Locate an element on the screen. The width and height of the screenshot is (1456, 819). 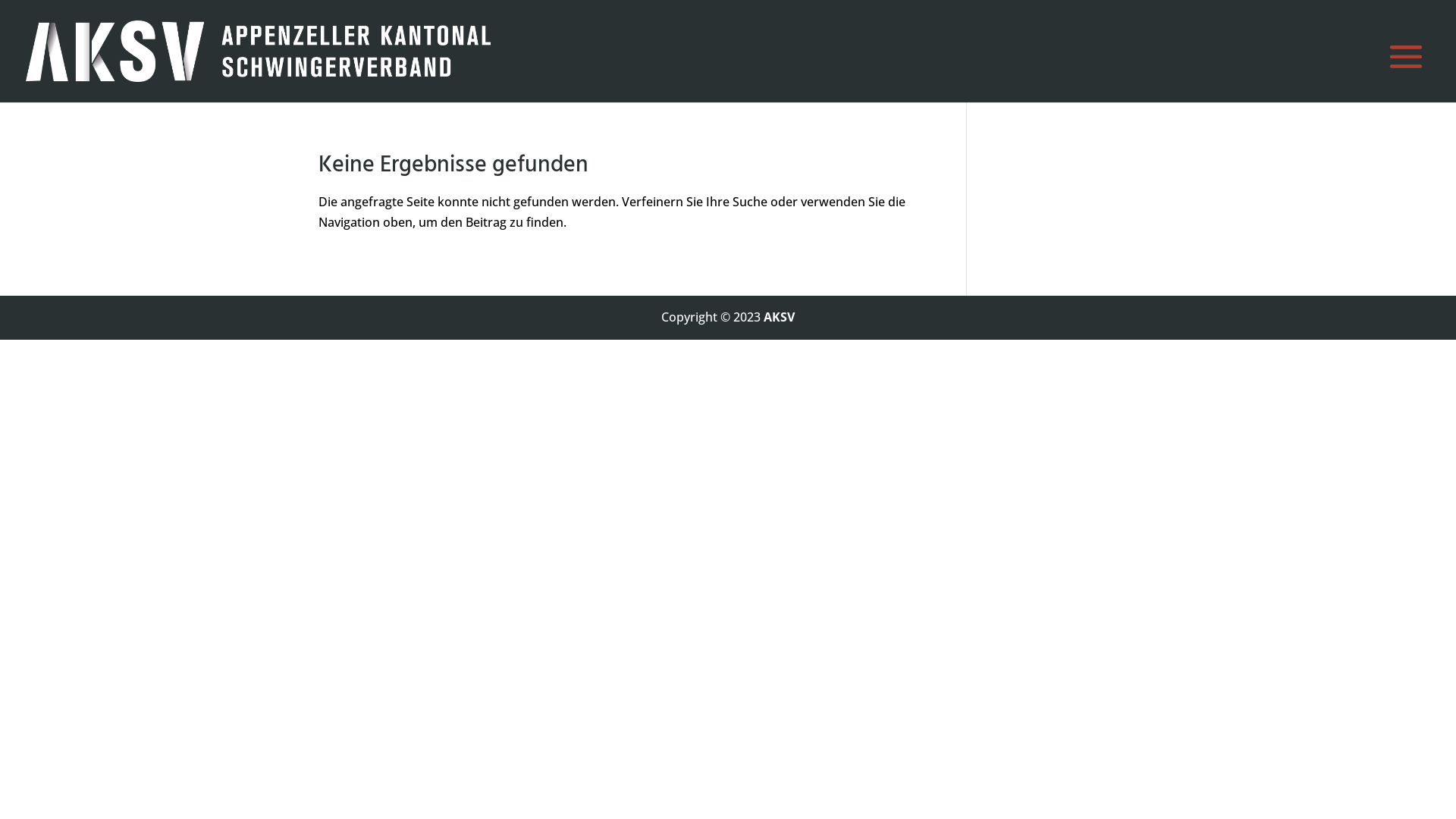
'AKSV' is located at coordinates (779, 315).